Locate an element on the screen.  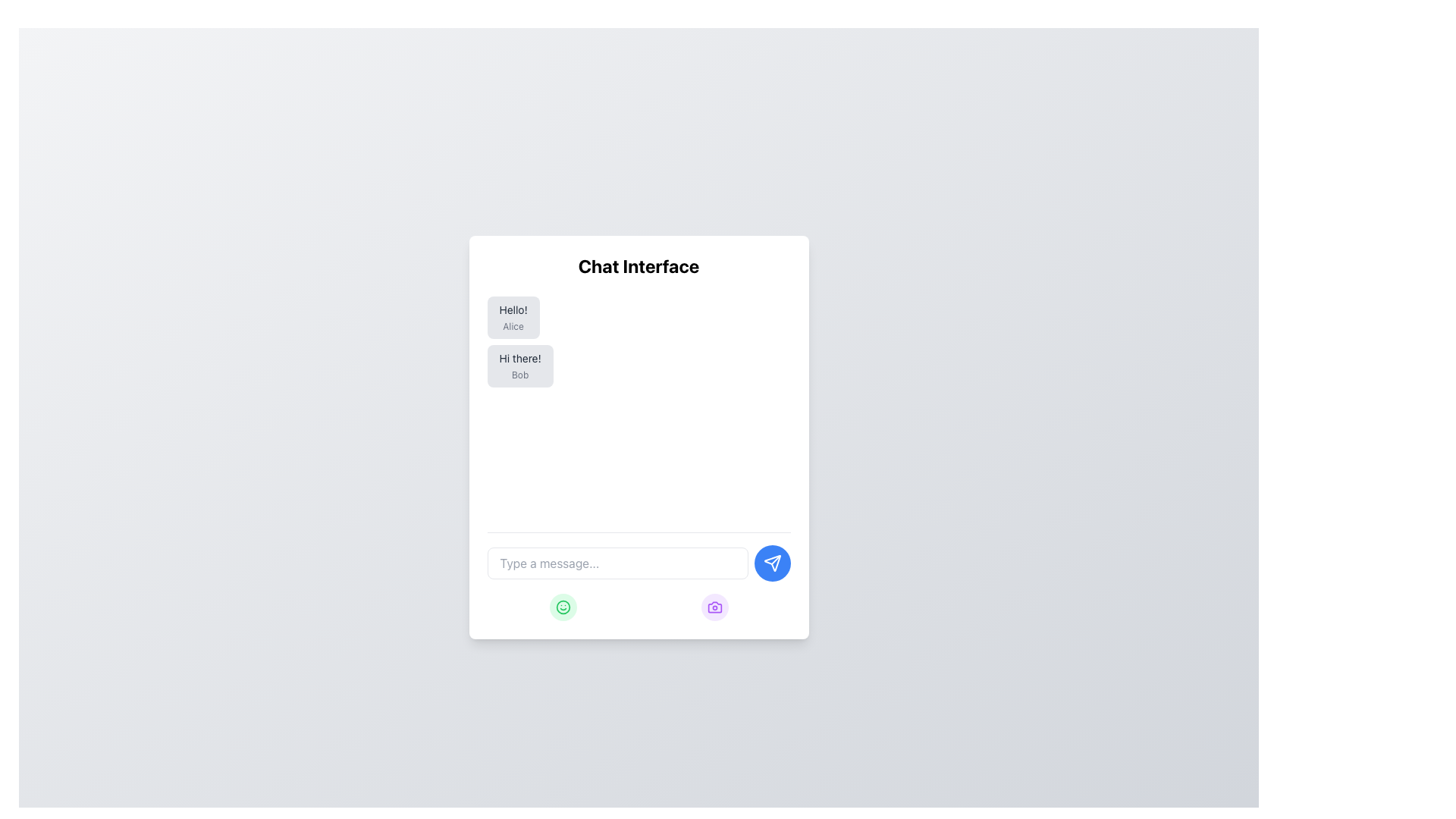
the send icon located inside the circular blue button at the bottom-right corner of the chat interface is located at coordinates (772, 563).